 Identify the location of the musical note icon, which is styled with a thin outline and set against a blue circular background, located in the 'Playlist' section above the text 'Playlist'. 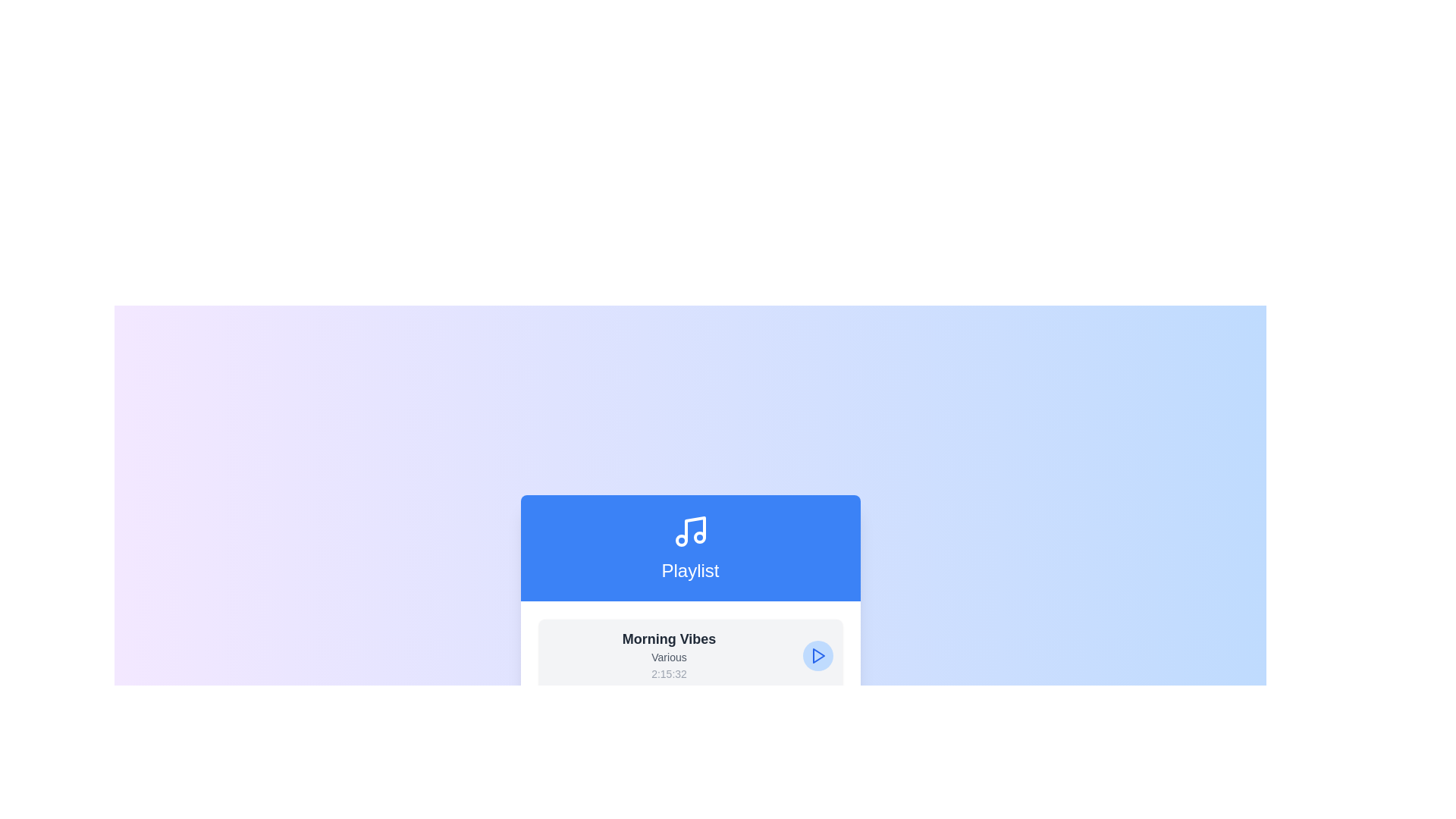
(689, 531).